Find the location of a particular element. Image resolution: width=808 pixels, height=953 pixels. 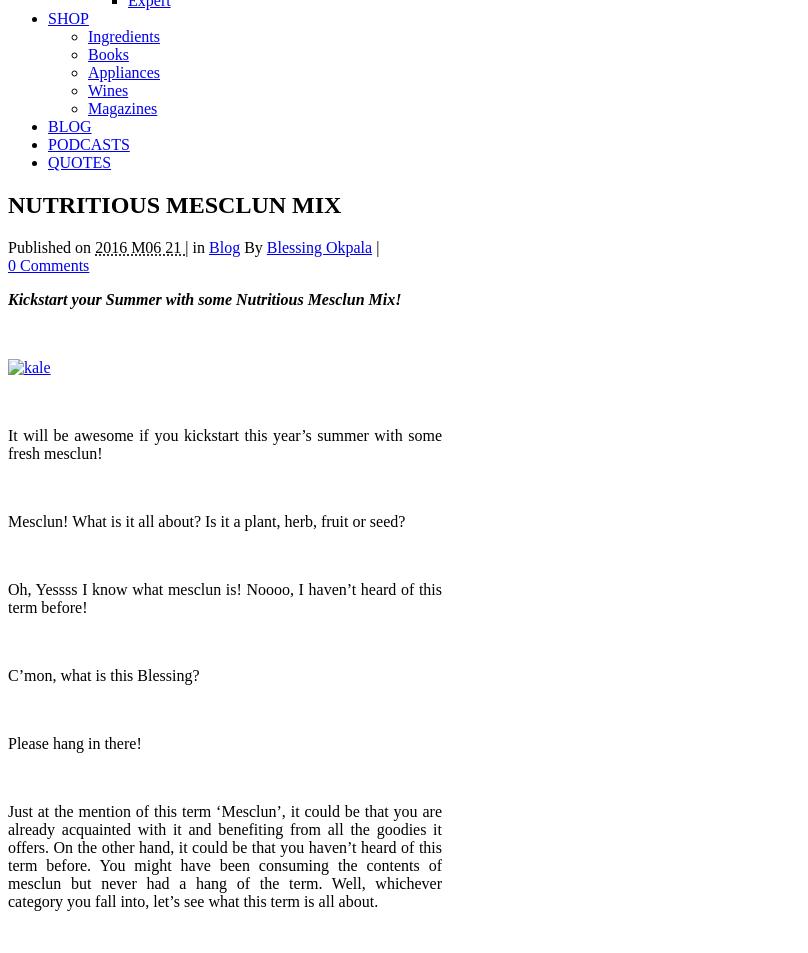

'PODCASTS' is located at coordinates (88, 143).